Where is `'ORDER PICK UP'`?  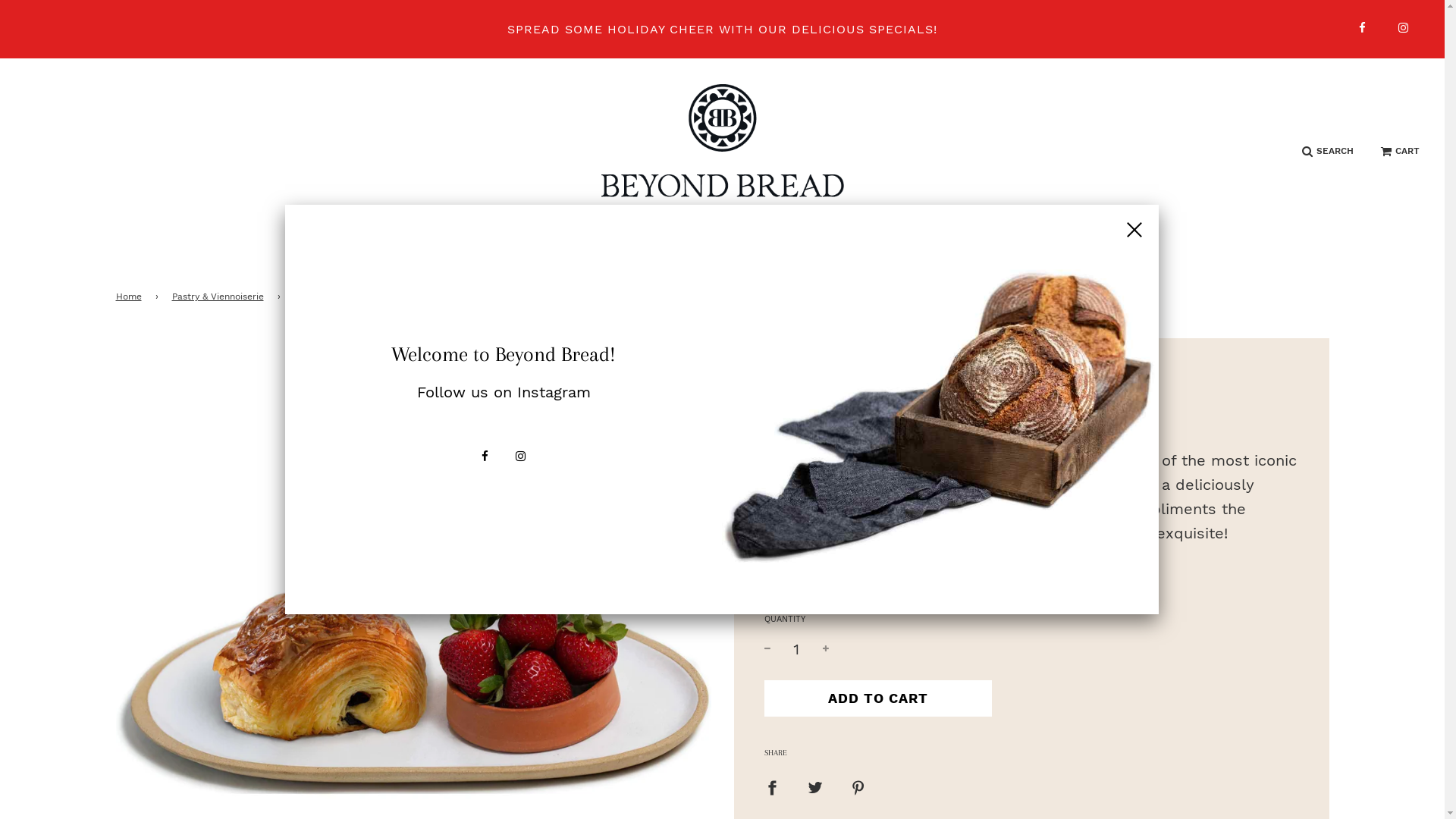
'ORDER PICK UP' is located at coordinates (377, 252).